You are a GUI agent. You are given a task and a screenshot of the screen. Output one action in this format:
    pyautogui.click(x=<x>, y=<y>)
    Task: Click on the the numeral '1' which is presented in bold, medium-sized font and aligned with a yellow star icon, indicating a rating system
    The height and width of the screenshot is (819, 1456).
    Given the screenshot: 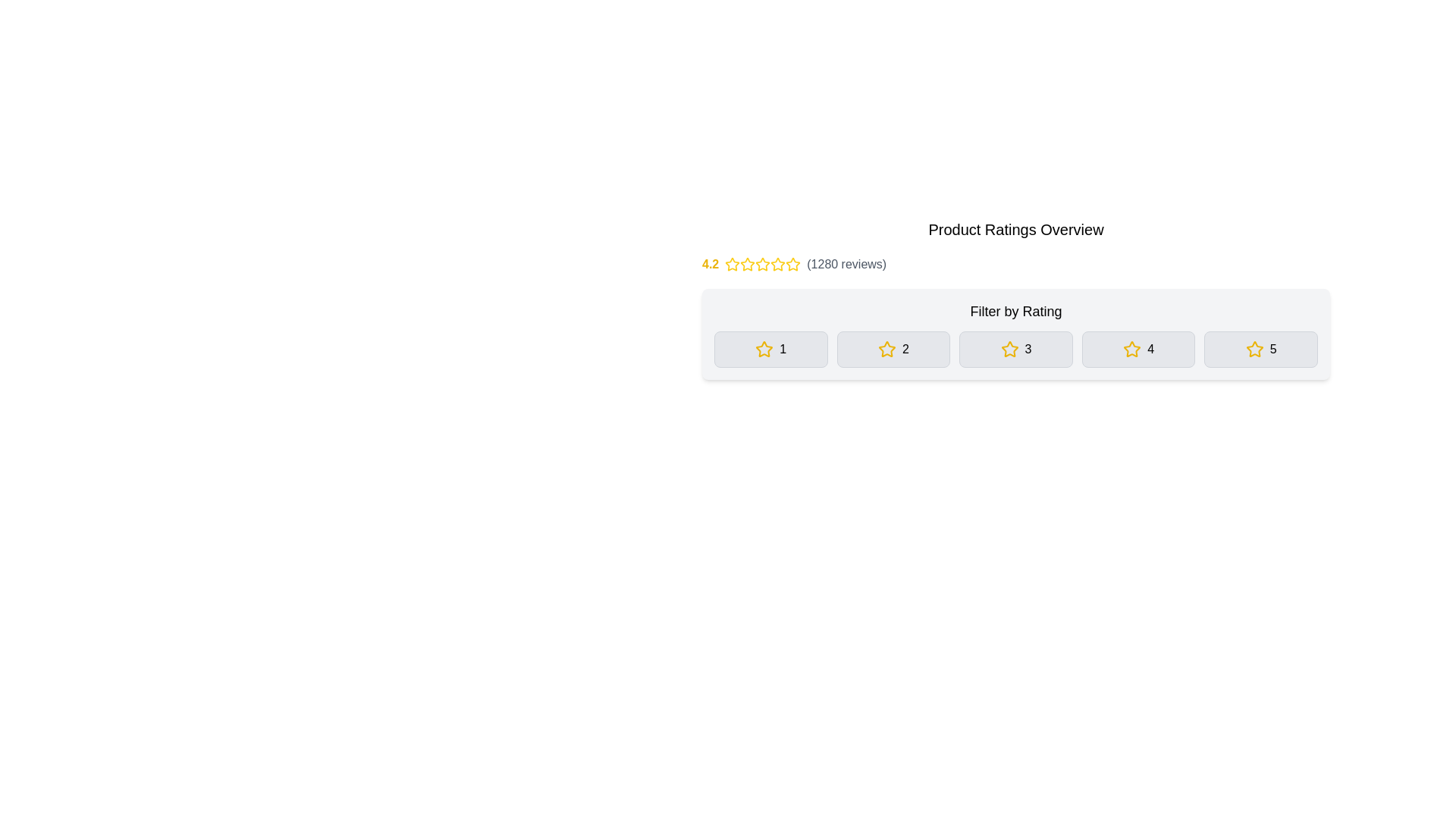 What is the action you would take?
    pyautogui.click(x=783, y=350)
    